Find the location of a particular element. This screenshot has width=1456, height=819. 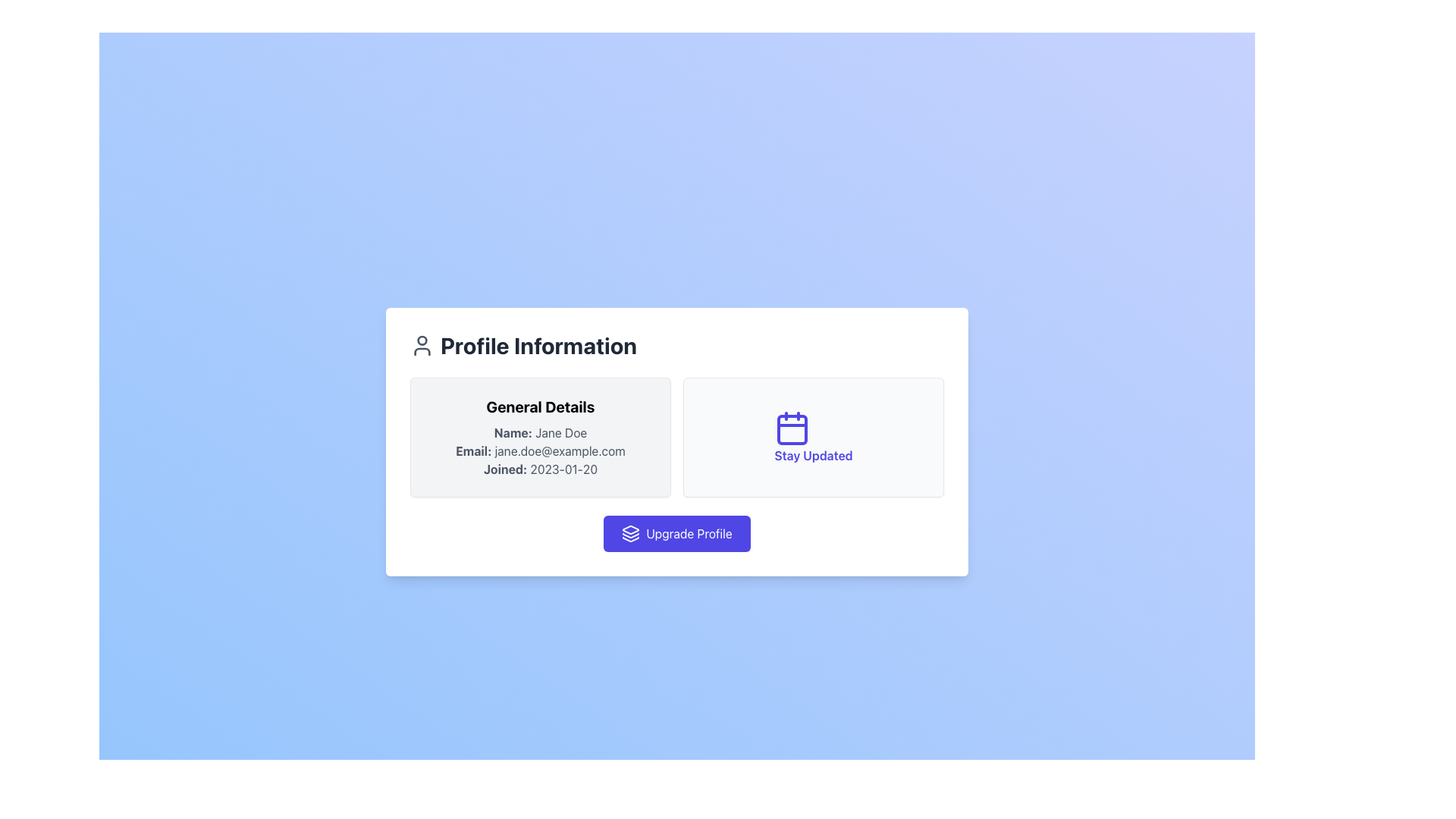

the bold text heading labeled 'General Details' which is centrally aligned at the top of the user information section is located at coordinates (541, 406).